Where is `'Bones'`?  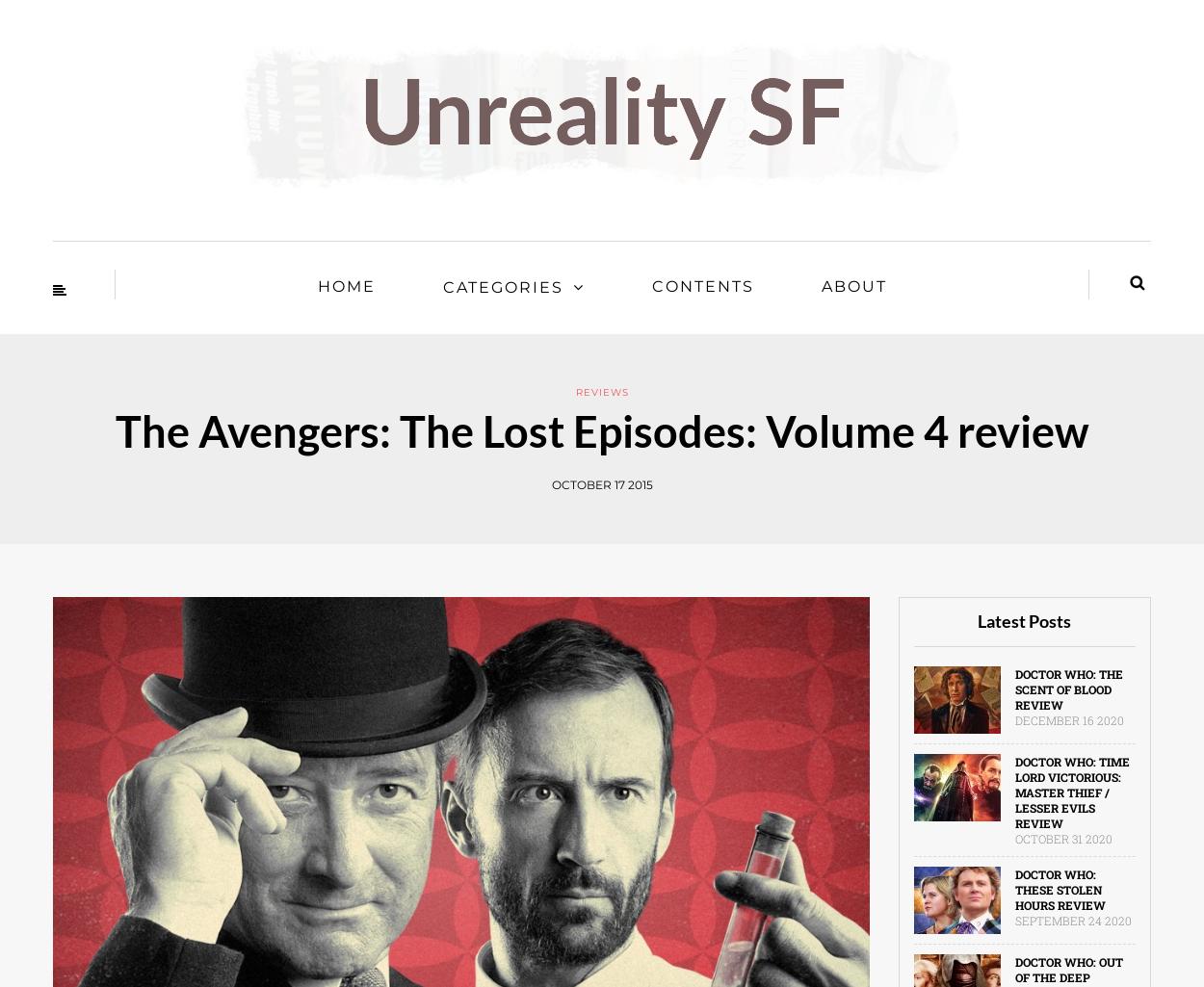 'Bones' is located at coordinates (54, 415).